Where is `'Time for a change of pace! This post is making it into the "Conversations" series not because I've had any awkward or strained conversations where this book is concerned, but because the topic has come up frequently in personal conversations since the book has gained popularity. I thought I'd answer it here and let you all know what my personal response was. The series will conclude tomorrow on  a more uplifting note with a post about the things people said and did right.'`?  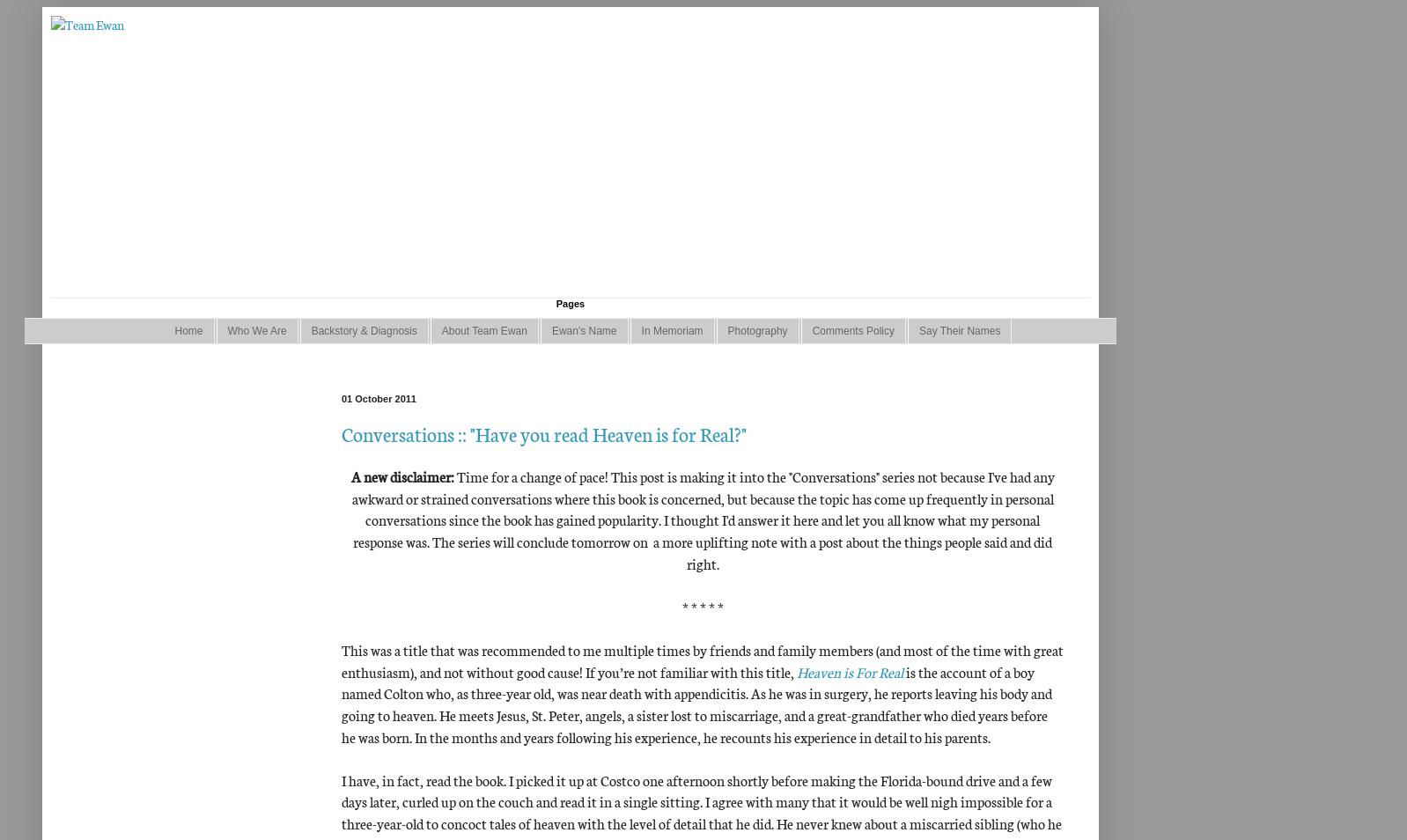 'Time for a change of pace! This post is making it into the "Conversations" series not because I've had any awkward or strained conversations where this book is concerned, but because the topic has come up frequently in personal conversations since the book has gained popularity. I thought I'd answer it here and let you all know what my personal response was. The series will conclude tomorrow on  a more uplifting note with a post about the things people said and did right.' is located at coordinates (703, 518).